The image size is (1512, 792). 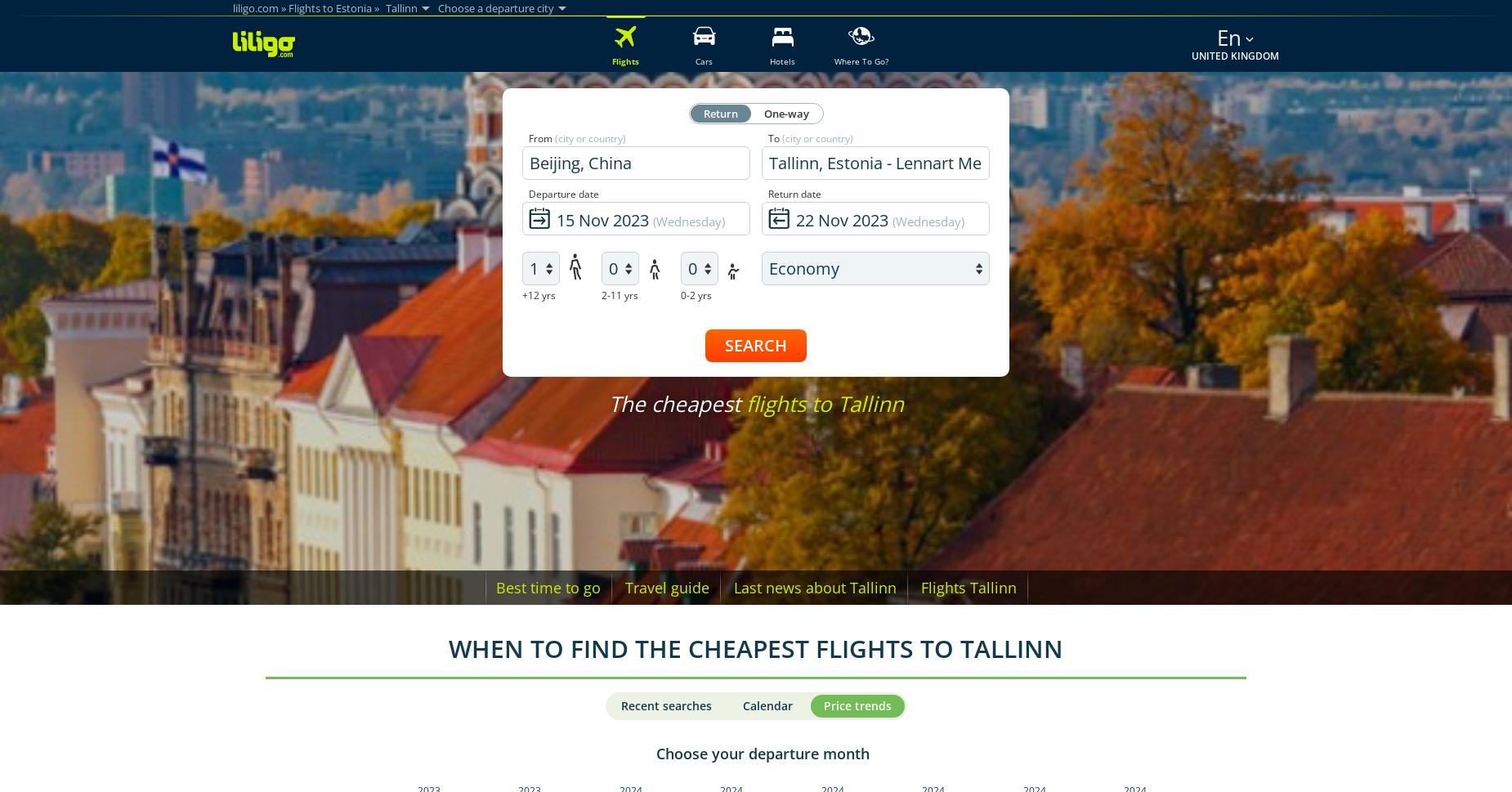 I want to click on 'where to go?', so click(x=860, y=60).